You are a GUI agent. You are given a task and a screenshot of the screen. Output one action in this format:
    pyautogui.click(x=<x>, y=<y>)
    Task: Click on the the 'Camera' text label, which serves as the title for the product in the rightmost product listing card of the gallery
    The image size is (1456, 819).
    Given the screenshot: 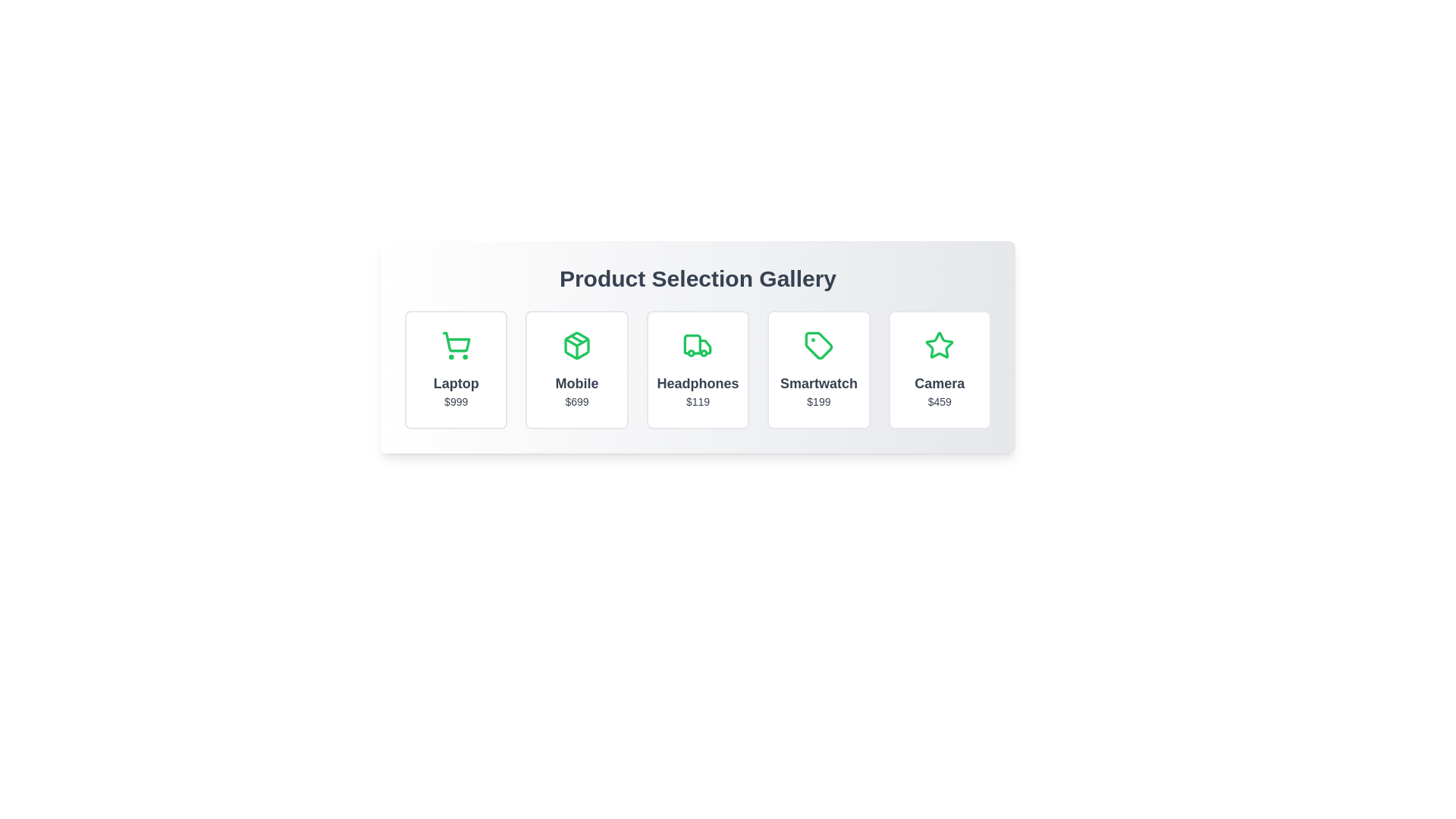 What is the action you would take?
    pyautogui.click(x=939, y=382)
    